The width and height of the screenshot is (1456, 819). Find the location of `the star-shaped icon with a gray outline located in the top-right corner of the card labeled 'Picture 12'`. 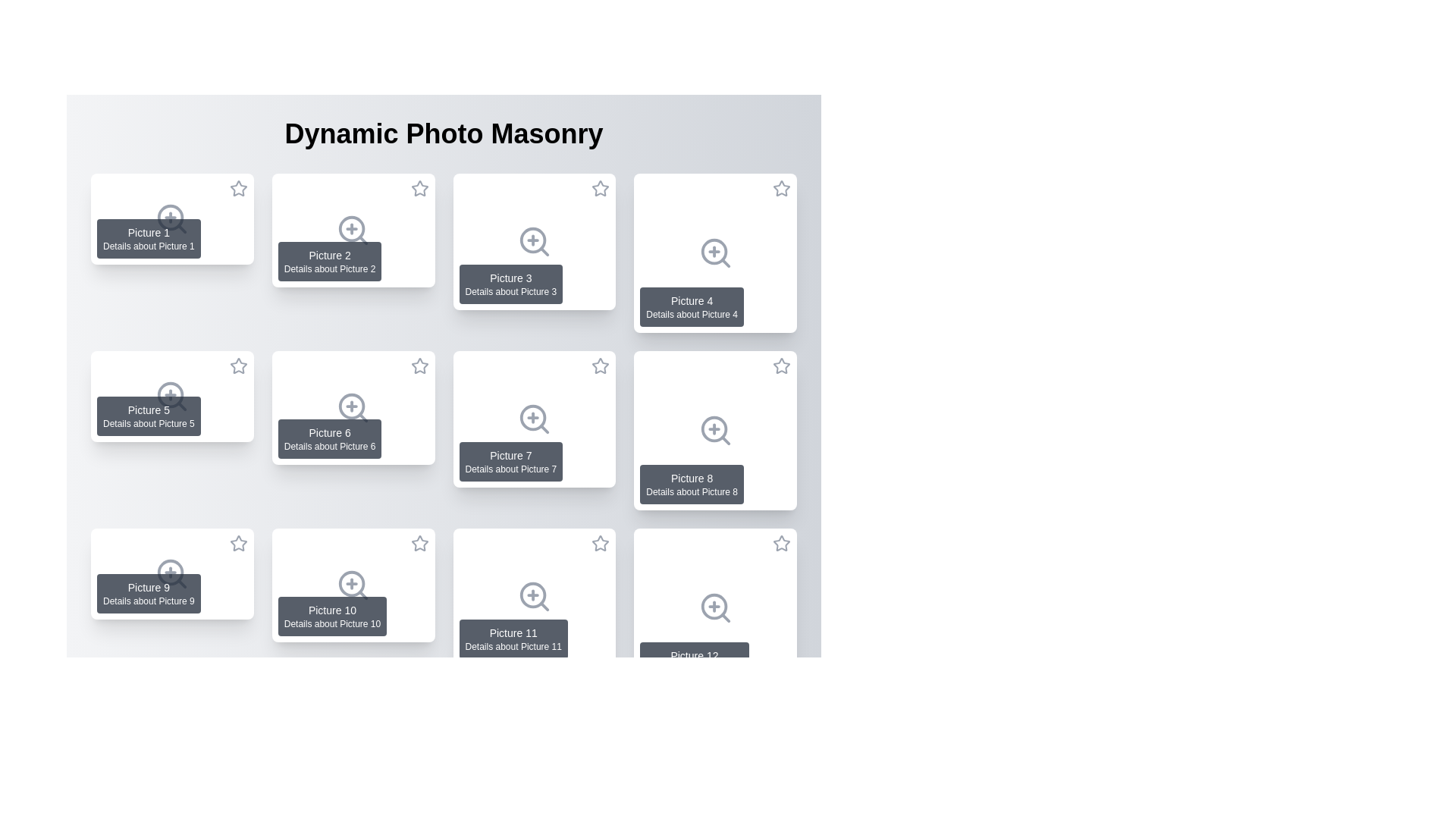

the star-shaped icon with a gray outline located in the top-right corner of the card labeled 'Picture 12' is located at coordinates (782, 543).